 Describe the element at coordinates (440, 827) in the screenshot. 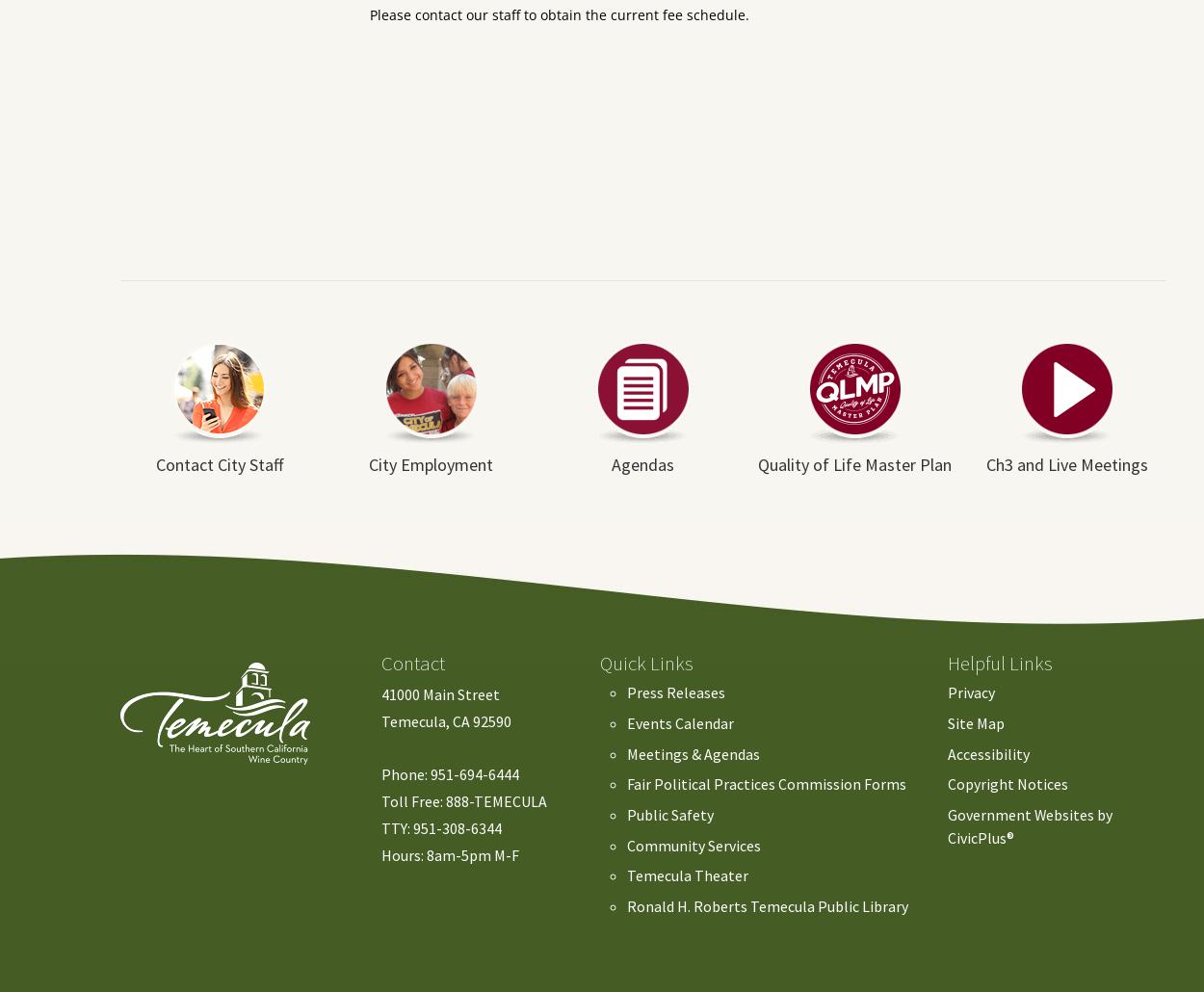

I see `'TTY: 951-308-6344'` at that location.